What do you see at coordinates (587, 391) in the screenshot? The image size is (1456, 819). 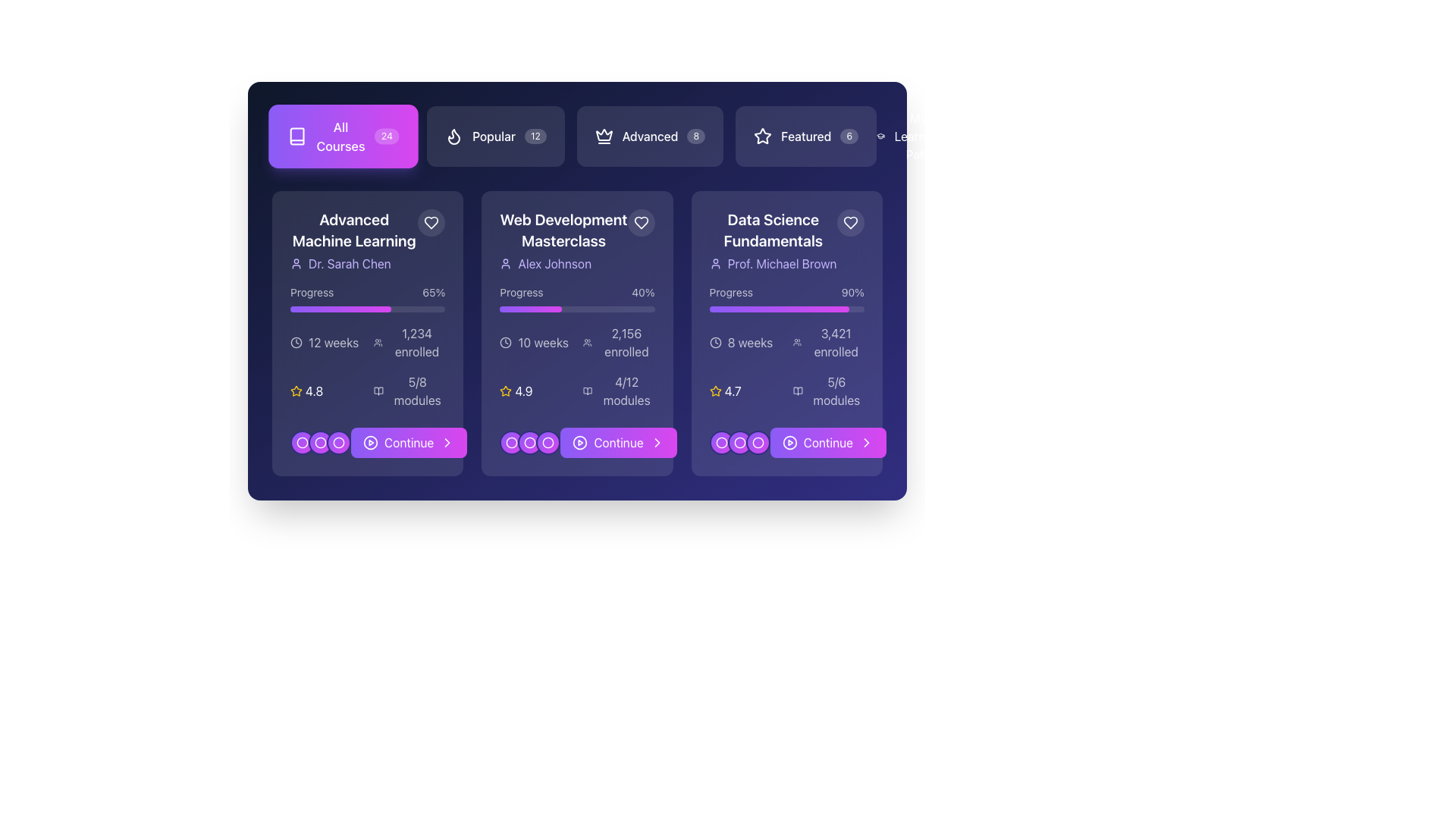 I see `the small open book icon located in the information area of the 'Web Development Masterclass' card, positioned adjacent to the '4/12 modules' text` at bounding box center [587, 391].